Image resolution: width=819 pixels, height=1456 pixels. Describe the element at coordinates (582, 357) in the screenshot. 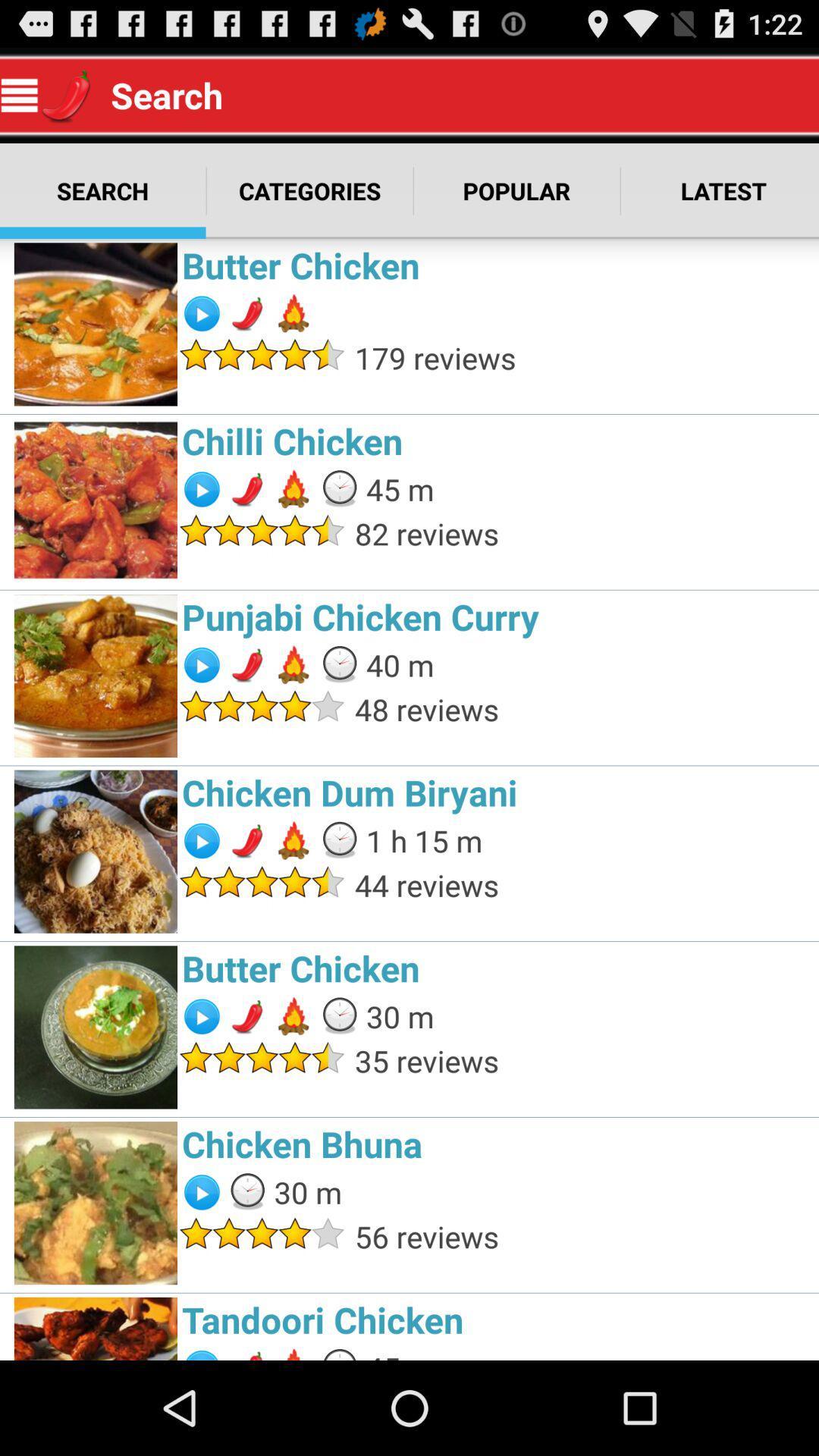

I see `179 reviews item` at that location.